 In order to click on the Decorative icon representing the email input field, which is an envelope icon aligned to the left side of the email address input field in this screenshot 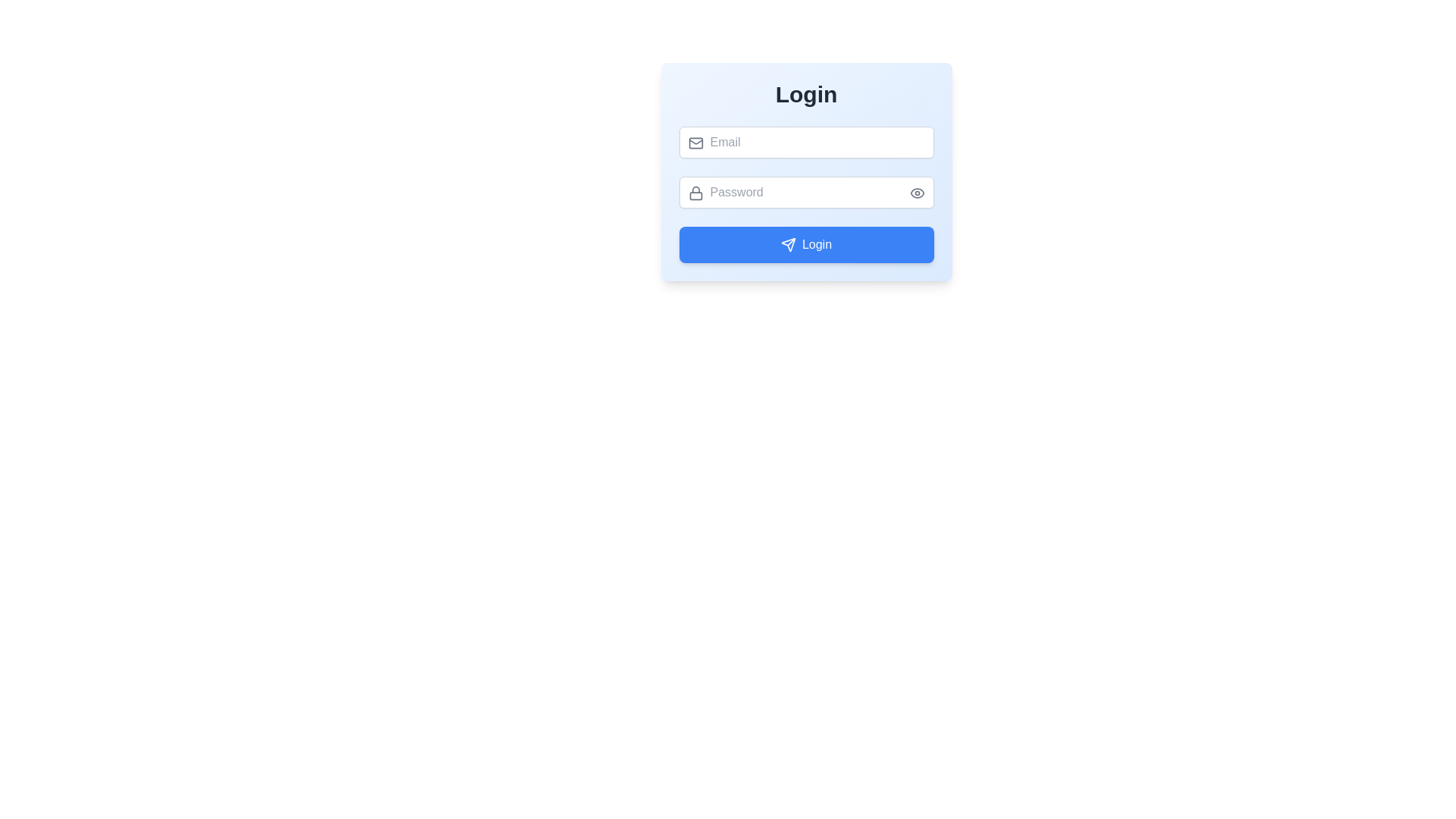, I will do `click(695, 142)`.